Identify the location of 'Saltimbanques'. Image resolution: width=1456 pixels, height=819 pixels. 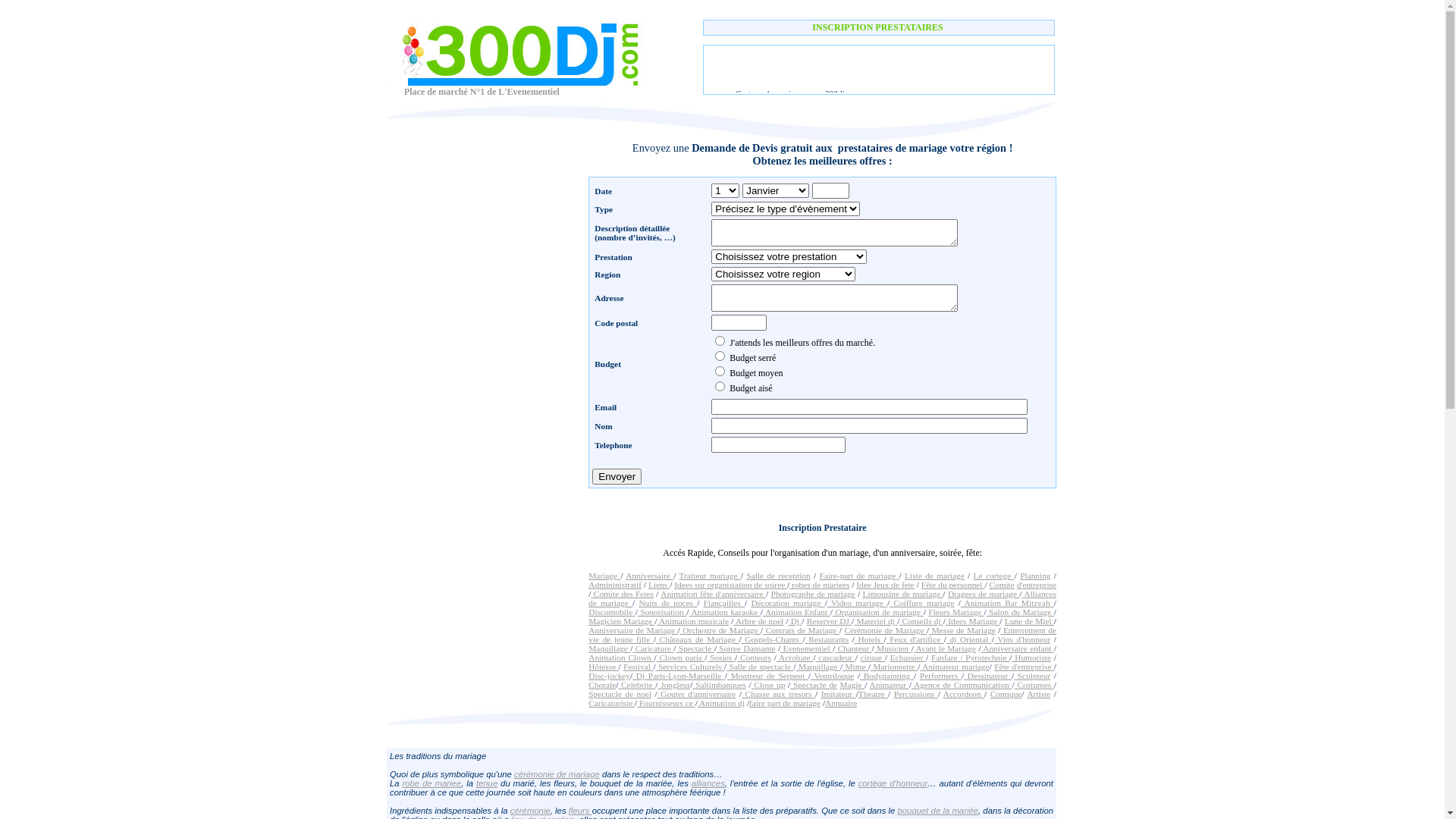
(718, 684).